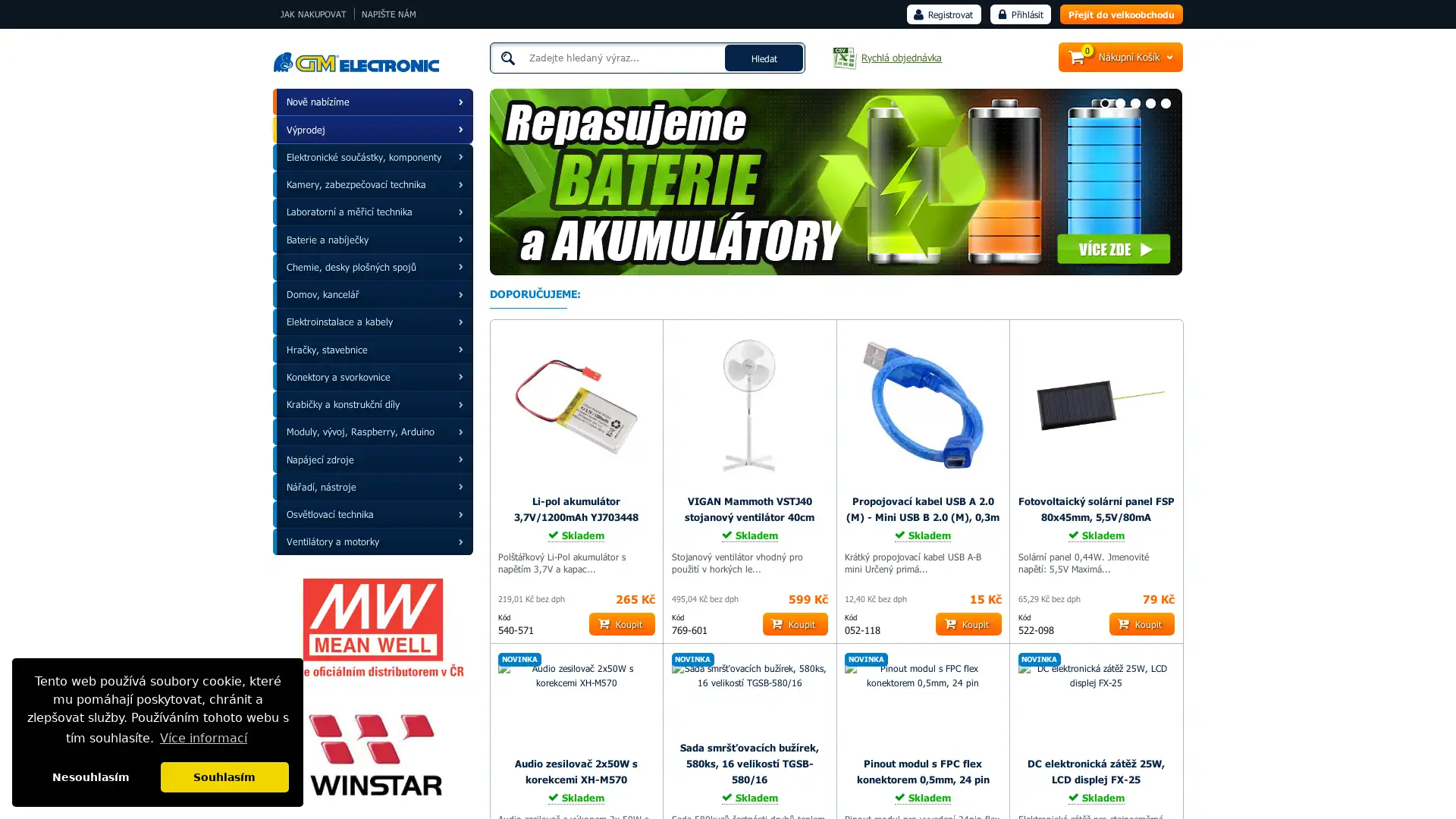  I want to click on learn more about cookies, so click(202, 737).